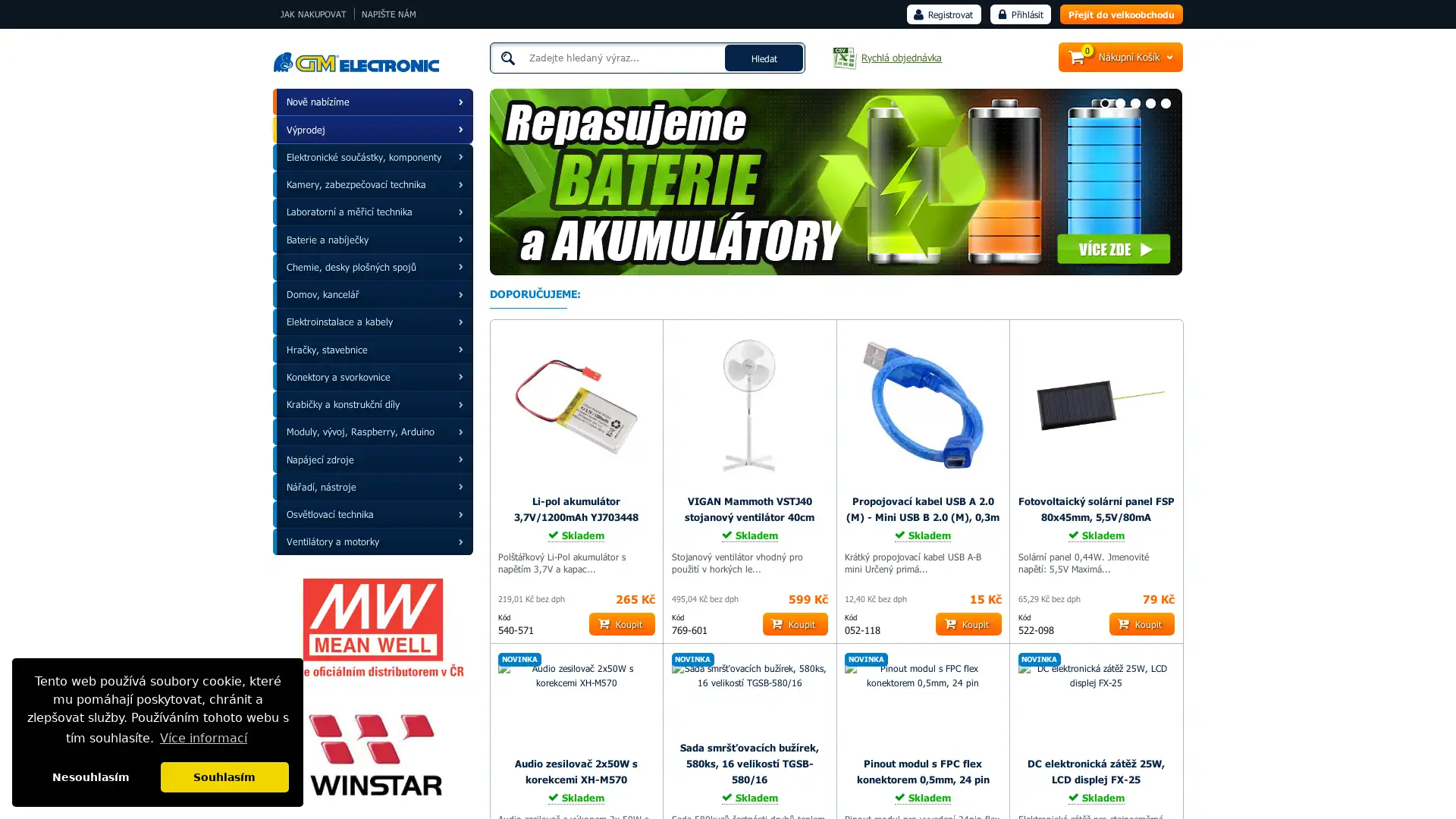  I want to click on learn more about cookies, so click(202, 737).